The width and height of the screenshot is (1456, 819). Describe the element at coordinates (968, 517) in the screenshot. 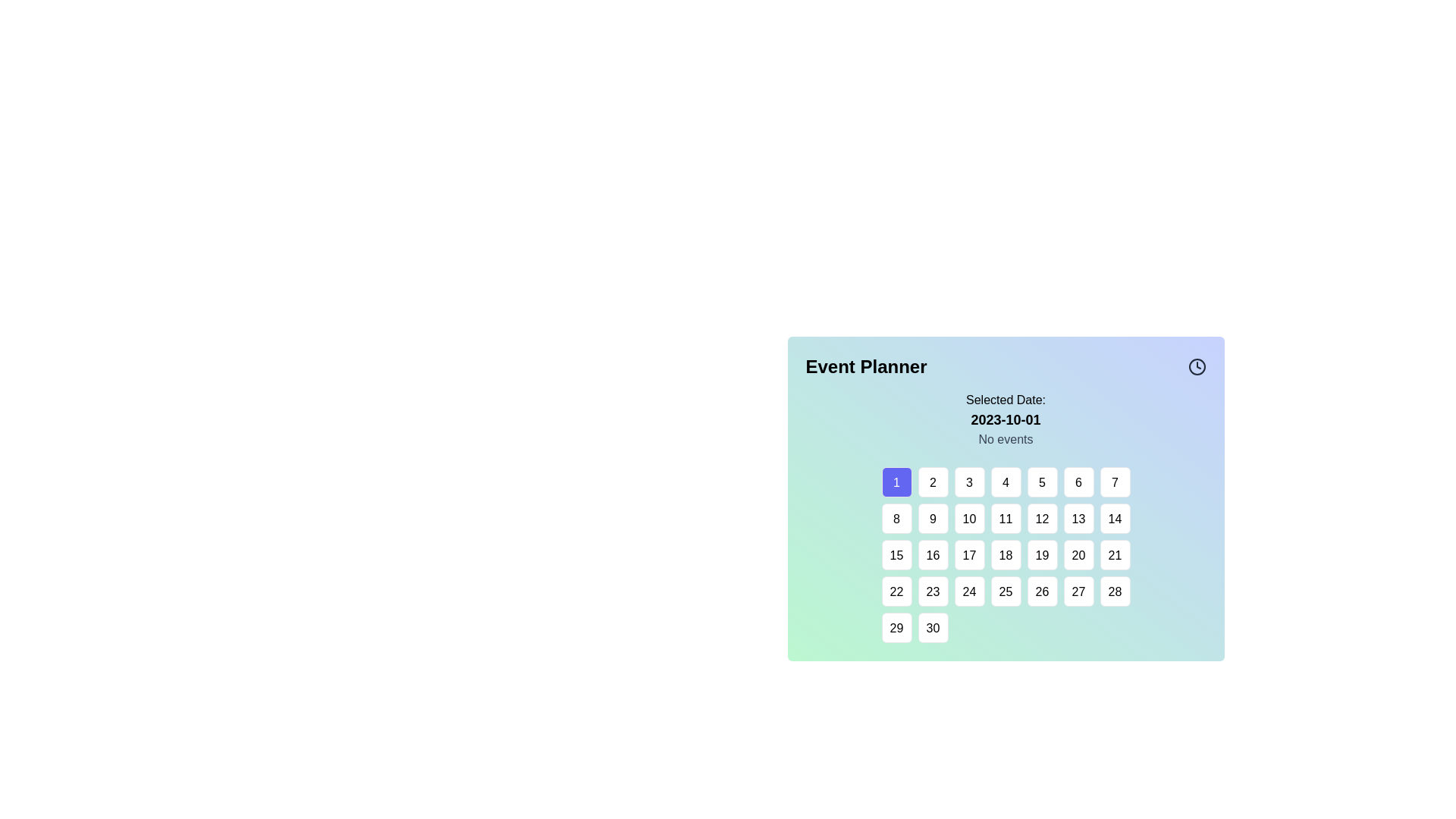

I see `the button representing the date '10' in the calendar interface` at that location.